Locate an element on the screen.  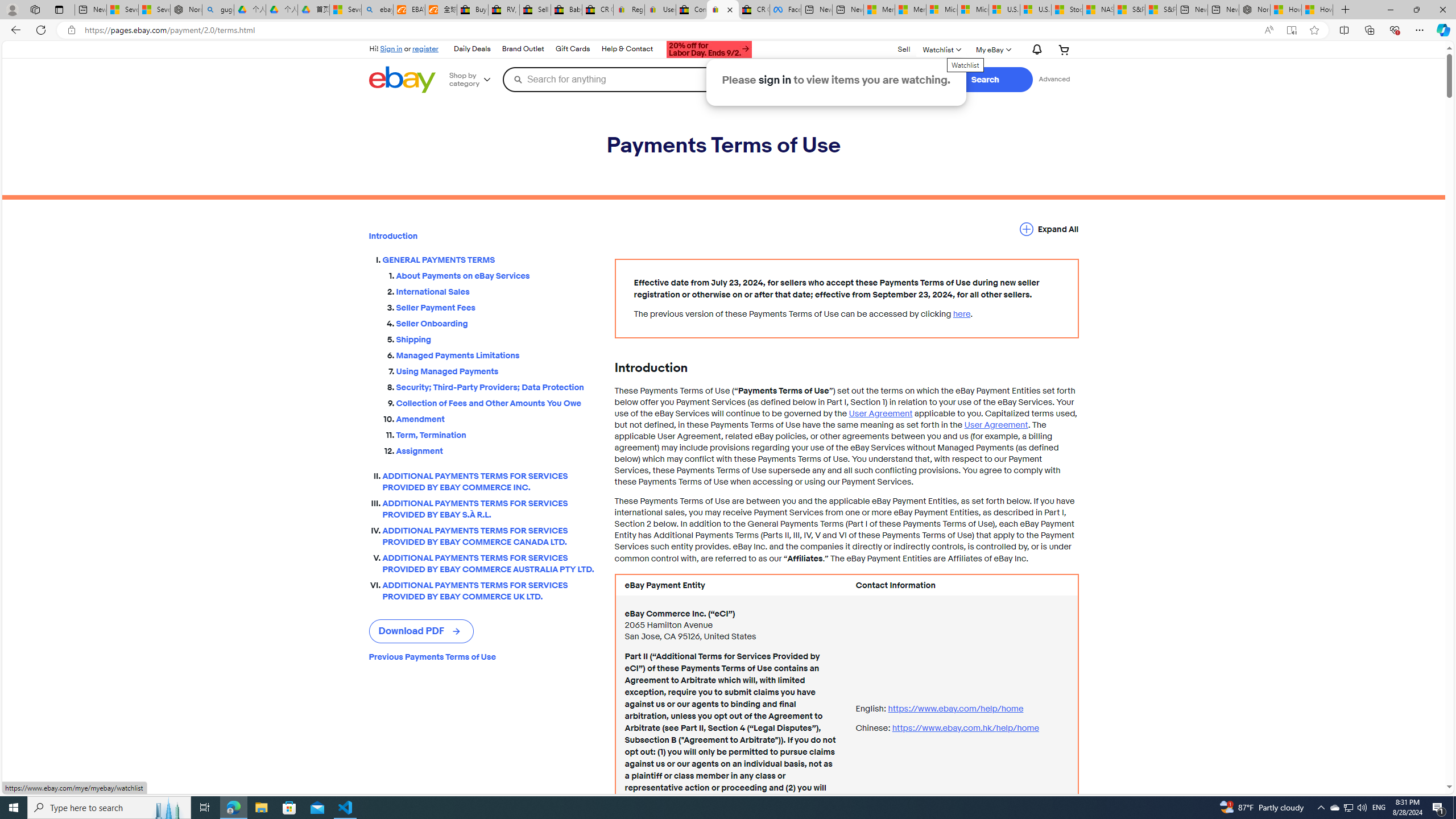
'ebay - Search' is located at coordinates (377, 9).